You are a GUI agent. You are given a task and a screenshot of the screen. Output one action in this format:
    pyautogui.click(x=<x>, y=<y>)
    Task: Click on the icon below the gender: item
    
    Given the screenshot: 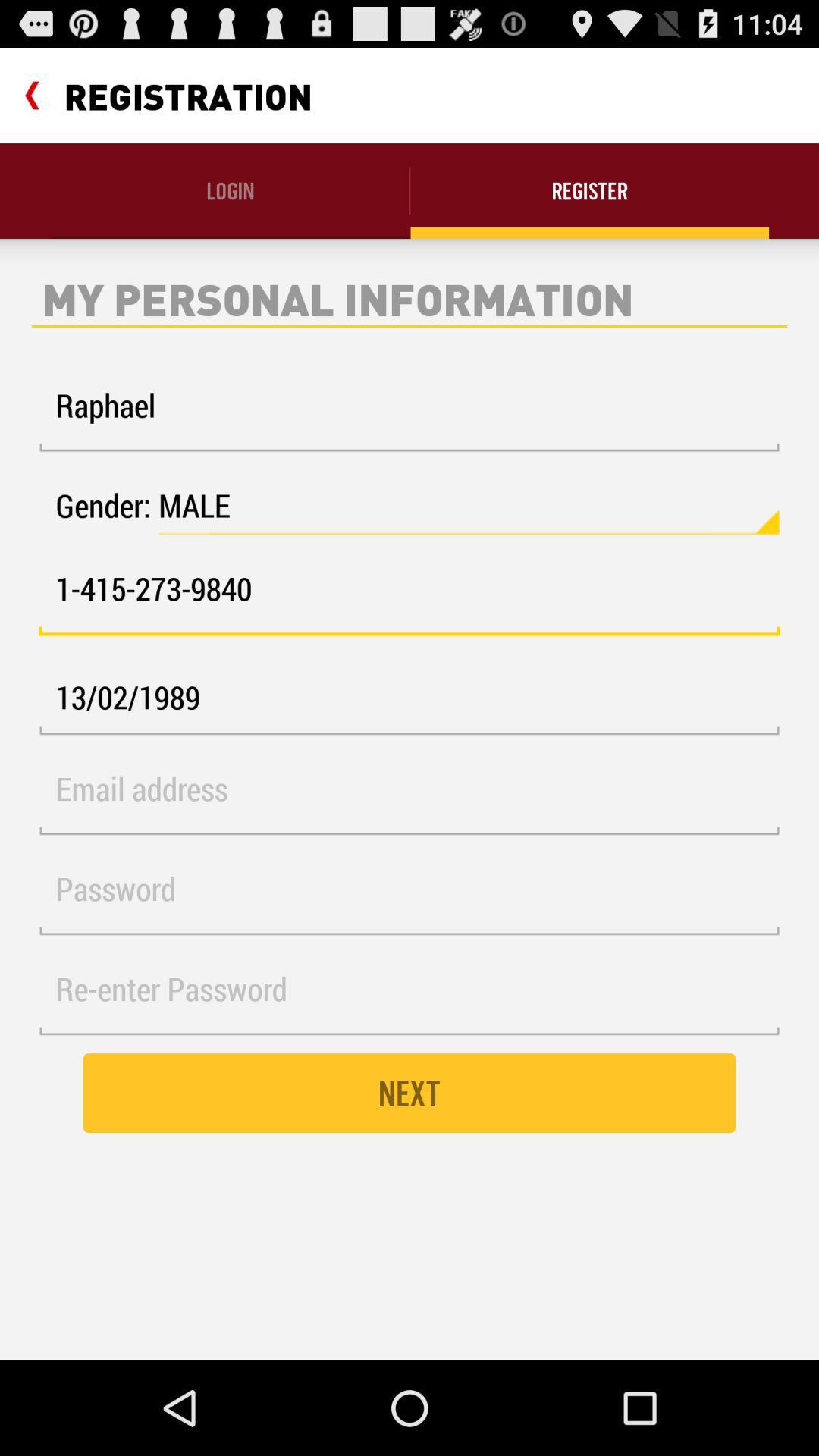 What is the action you would take?
    pyautogui.click(x=409, y=597)
    